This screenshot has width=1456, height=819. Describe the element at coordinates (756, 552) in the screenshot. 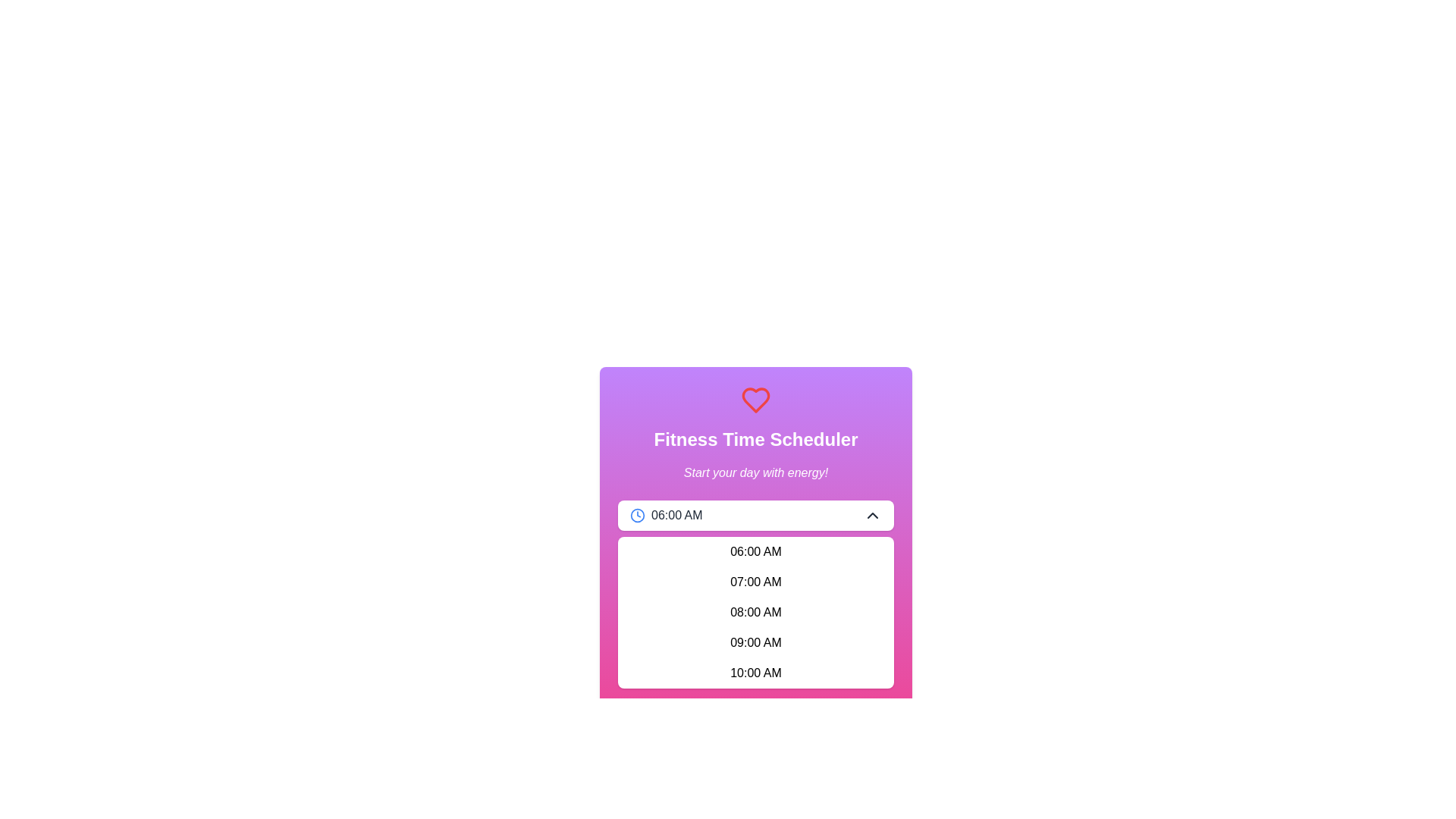

I see `the first selectable time option in the dropdown menu labeled '06:00 AM'` at that location.